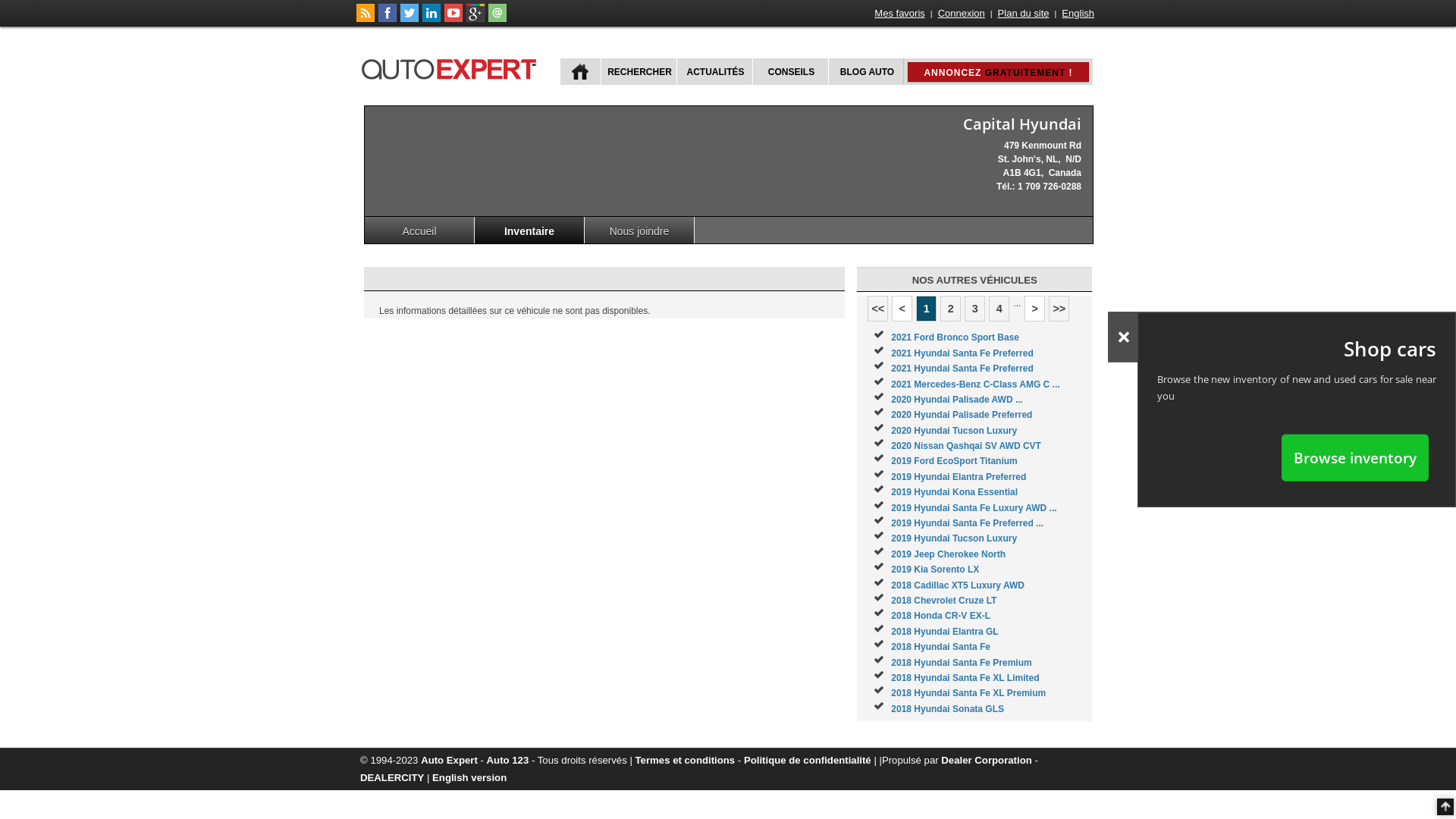  What do you see at coordinates (967, 693) in the screenshot?
I see `'2018 Hyundai Santa Fe XL Premium'` at bounding box center [967, 693].